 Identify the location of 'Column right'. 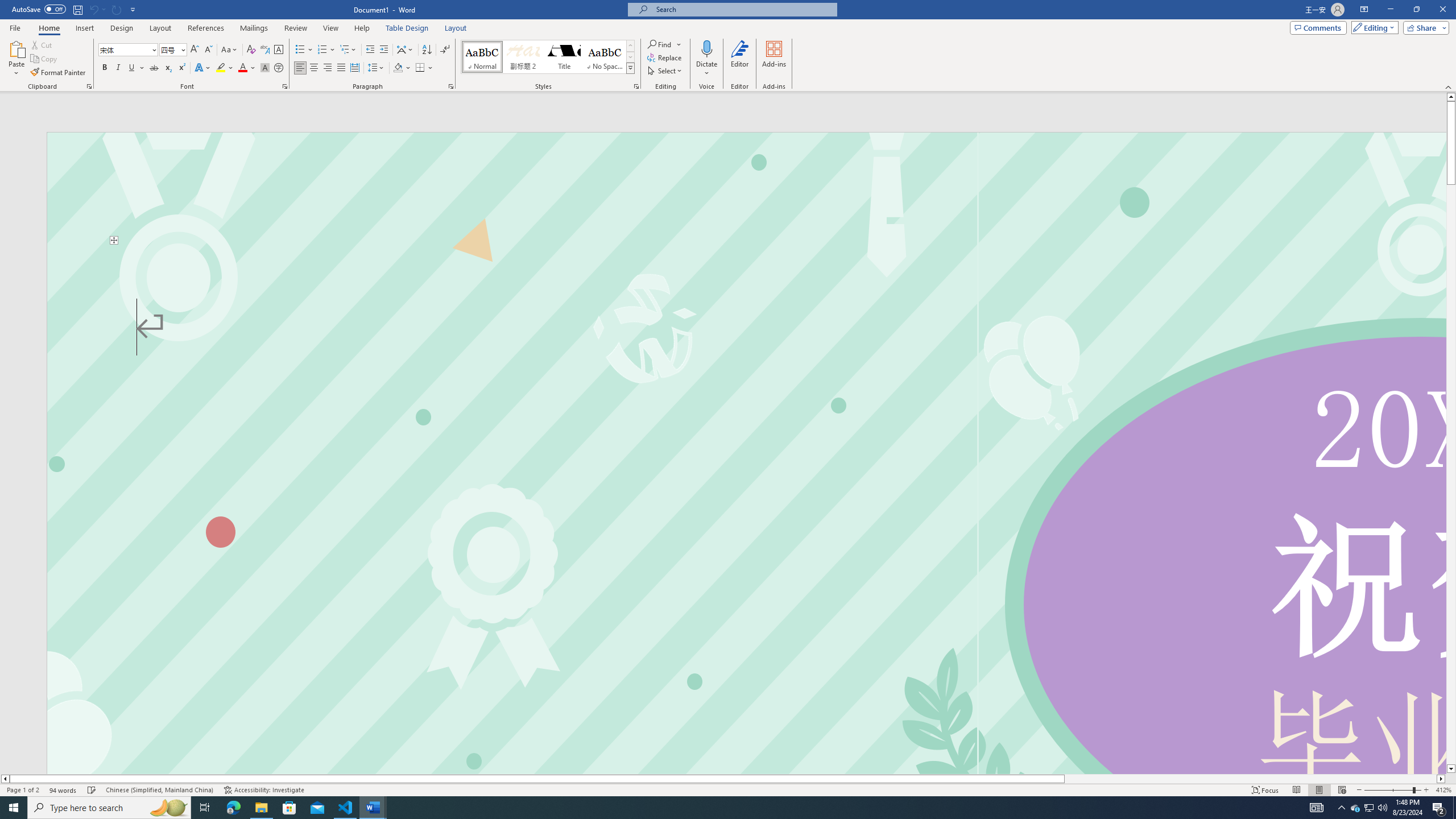
(1441, 778).